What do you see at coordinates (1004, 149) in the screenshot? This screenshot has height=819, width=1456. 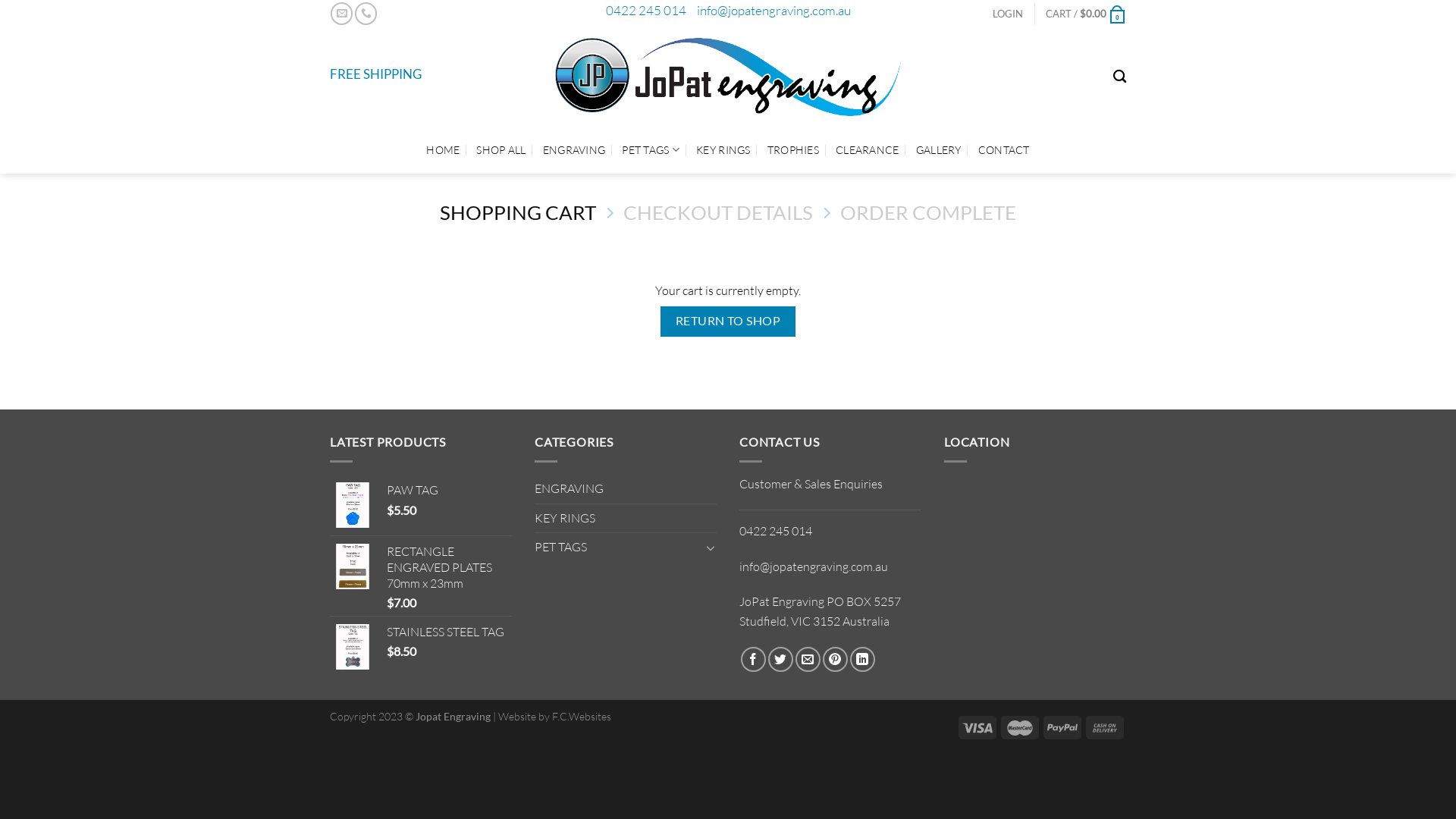 I see `'CONTACT'` at bounding box center [1004, 149].